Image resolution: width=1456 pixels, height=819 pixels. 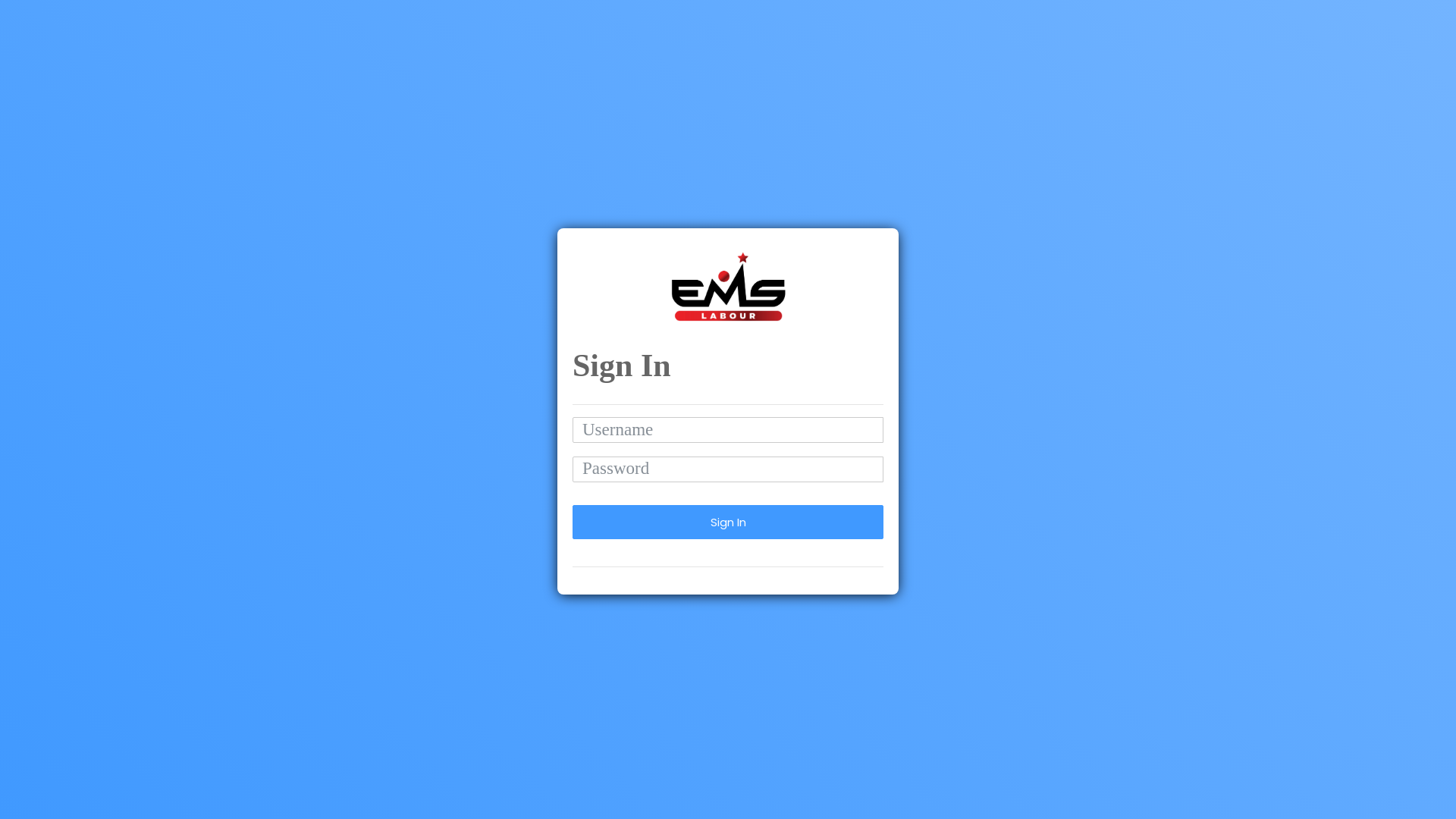 I want to click on 'Sign In', so click(x=728, y=521).